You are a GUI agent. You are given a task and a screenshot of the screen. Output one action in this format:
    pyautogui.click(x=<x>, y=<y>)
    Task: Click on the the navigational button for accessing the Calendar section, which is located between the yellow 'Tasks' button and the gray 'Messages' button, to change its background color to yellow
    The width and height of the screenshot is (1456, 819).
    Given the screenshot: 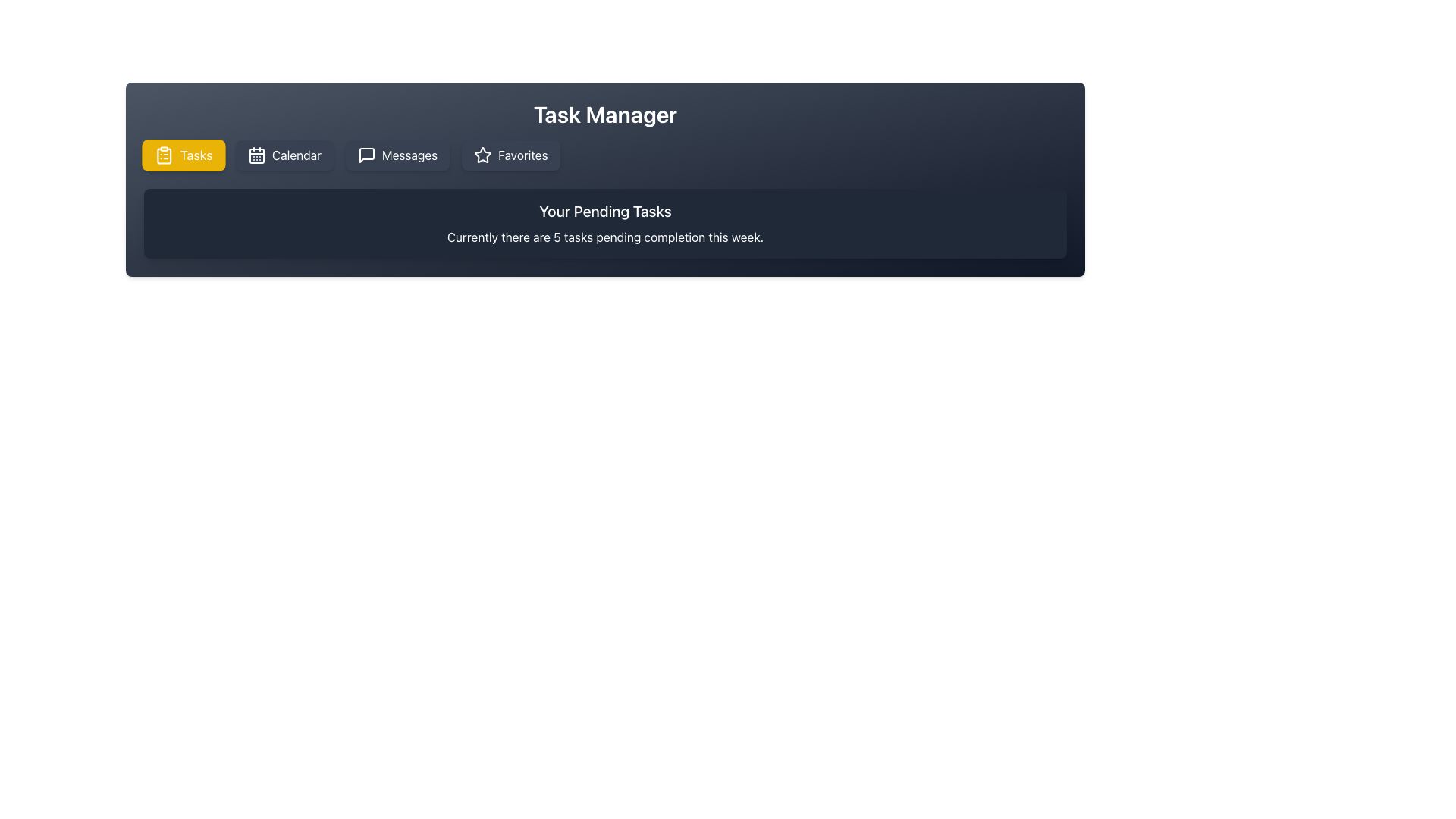 What is the action you would take?
    pyautogui.click(x=284, y=155)
    